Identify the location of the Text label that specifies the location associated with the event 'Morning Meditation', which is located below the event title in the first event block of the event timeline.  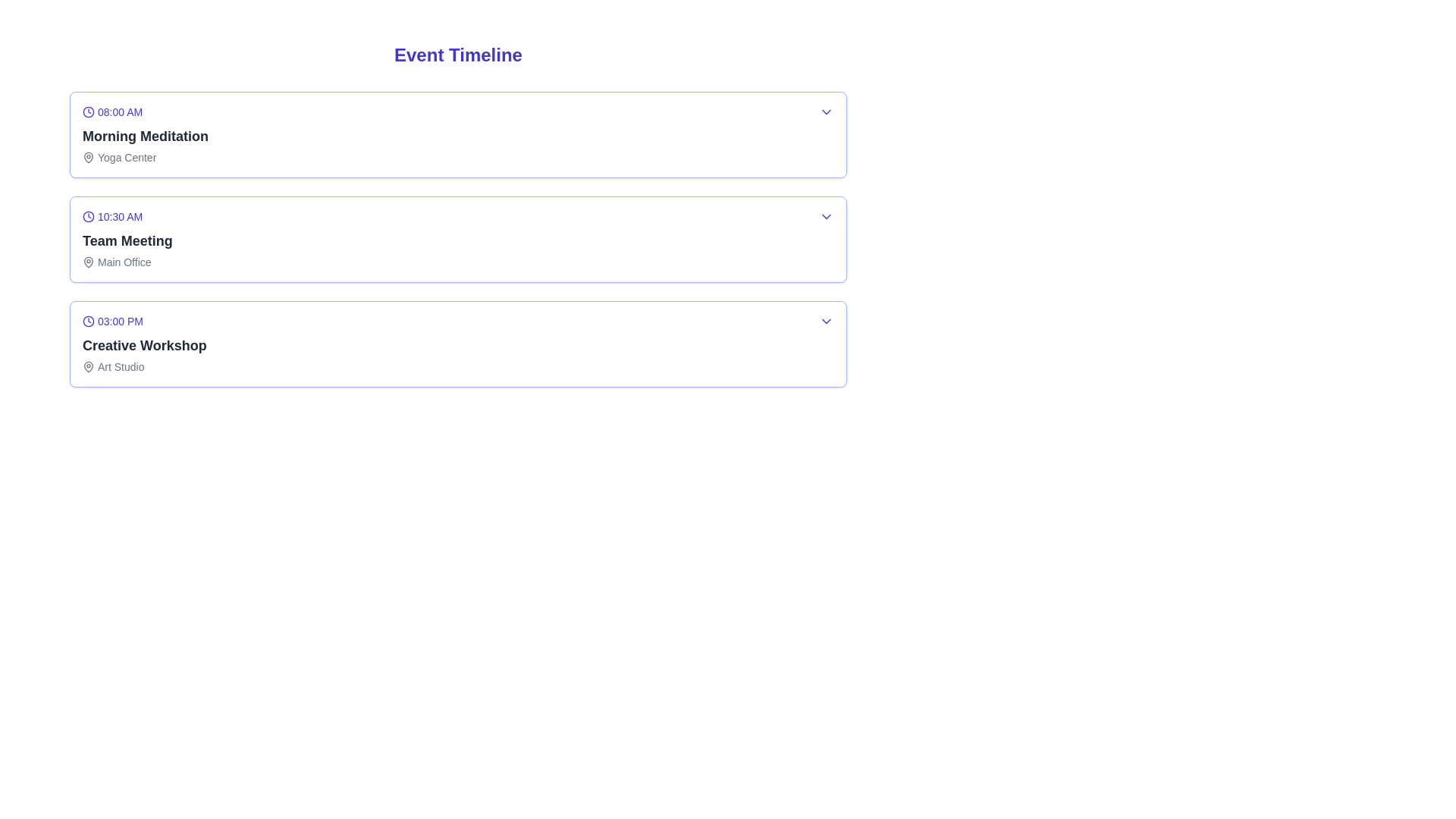
(146, 158).